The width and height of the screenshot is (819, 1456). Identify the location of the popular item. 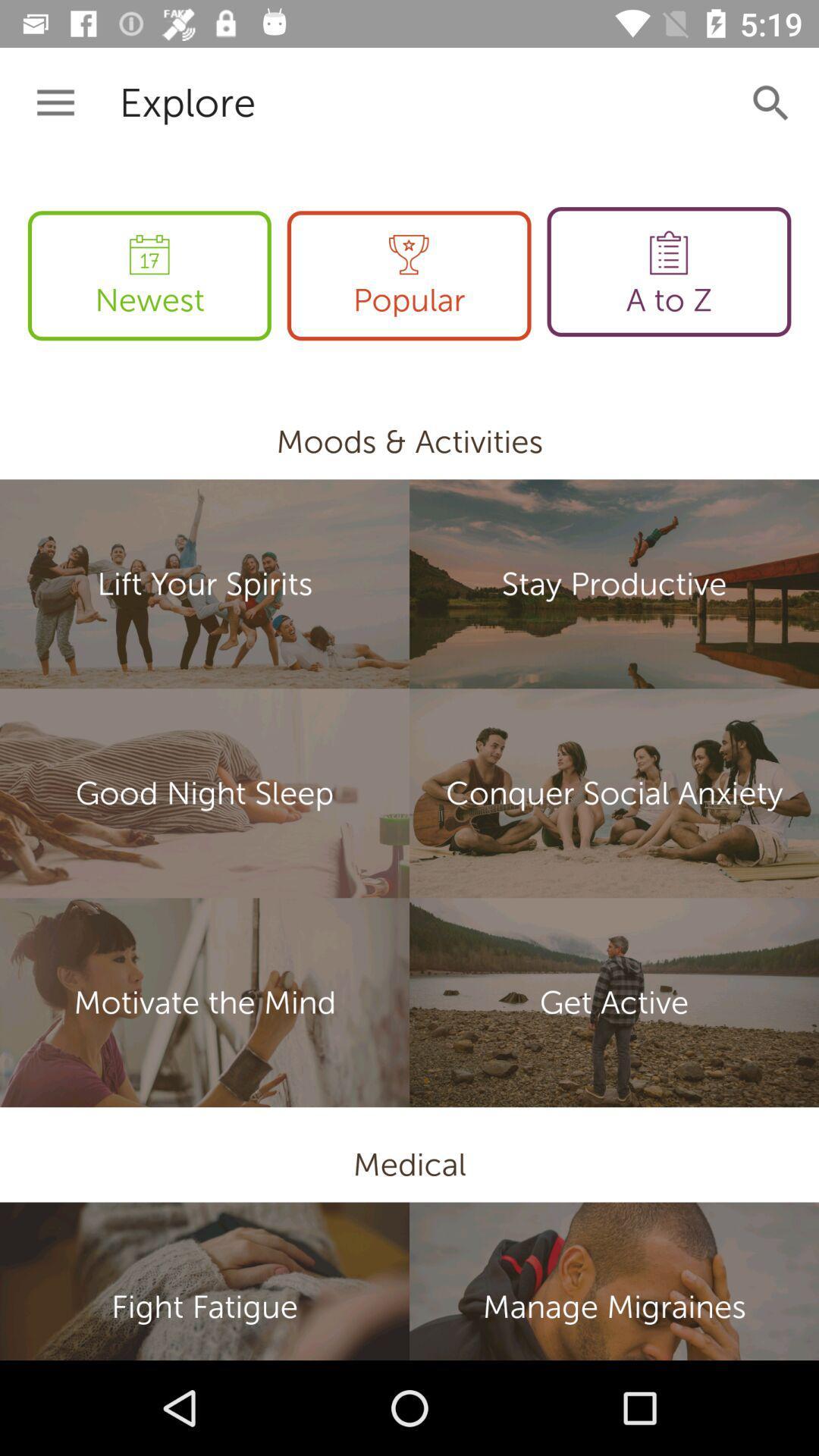
(408, 275).